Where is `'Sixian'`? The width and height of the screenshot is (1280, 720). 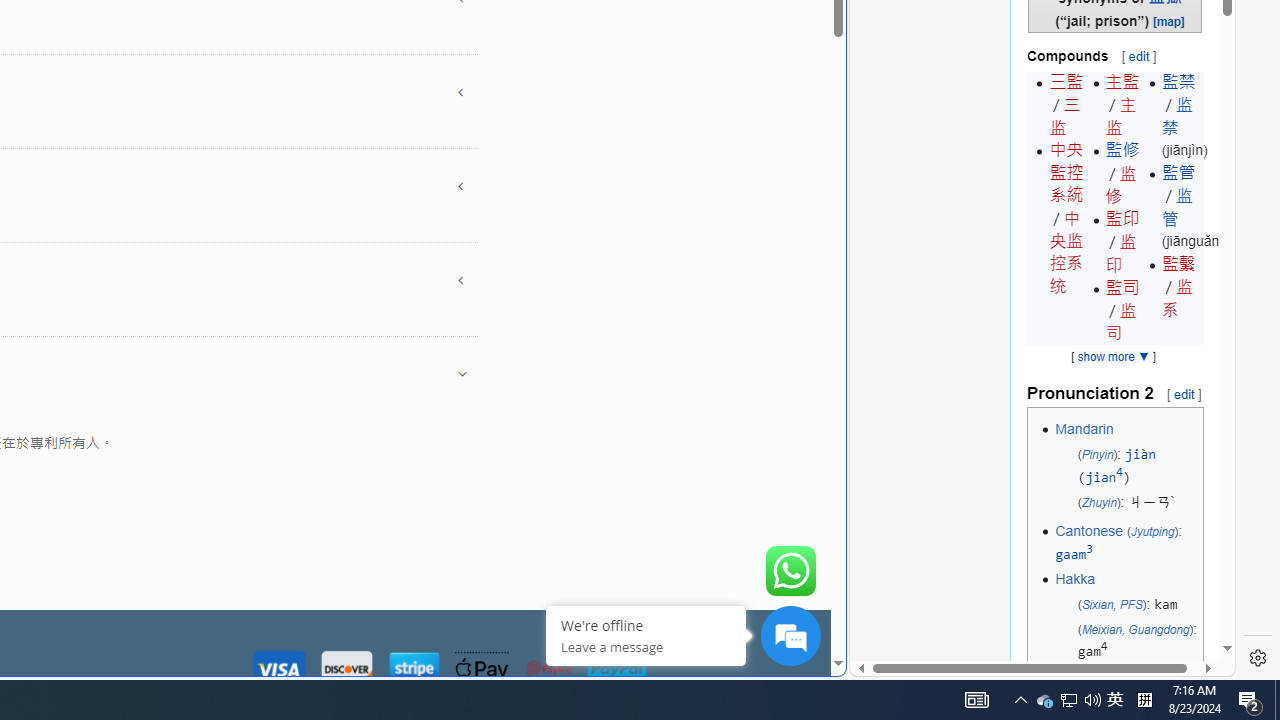 'Sixian' is located at coordinates (1096, 603).